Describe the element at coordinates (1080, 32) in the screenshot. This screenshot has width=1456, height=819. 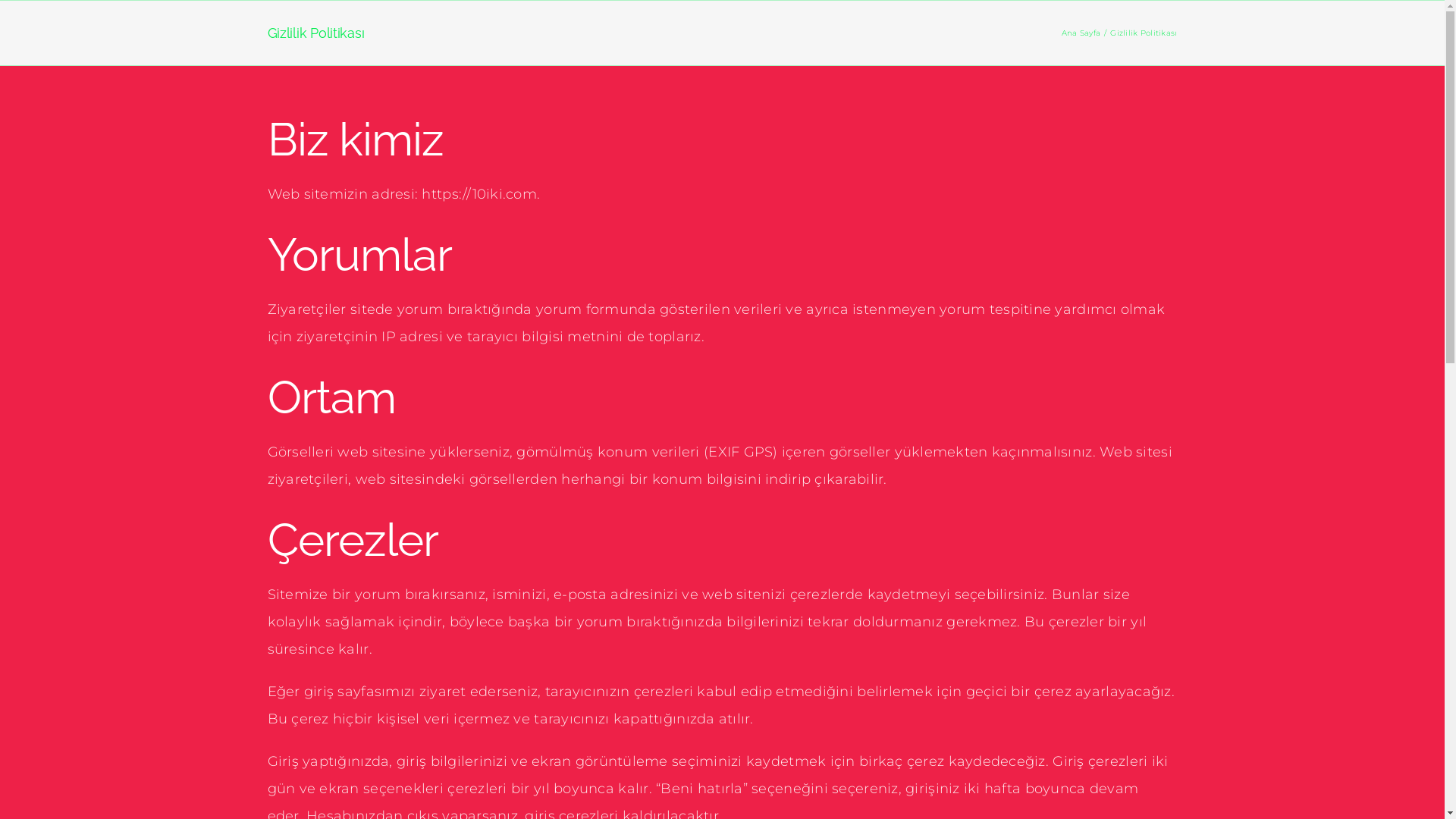
I see `'Ana Sayfa'` at that location.